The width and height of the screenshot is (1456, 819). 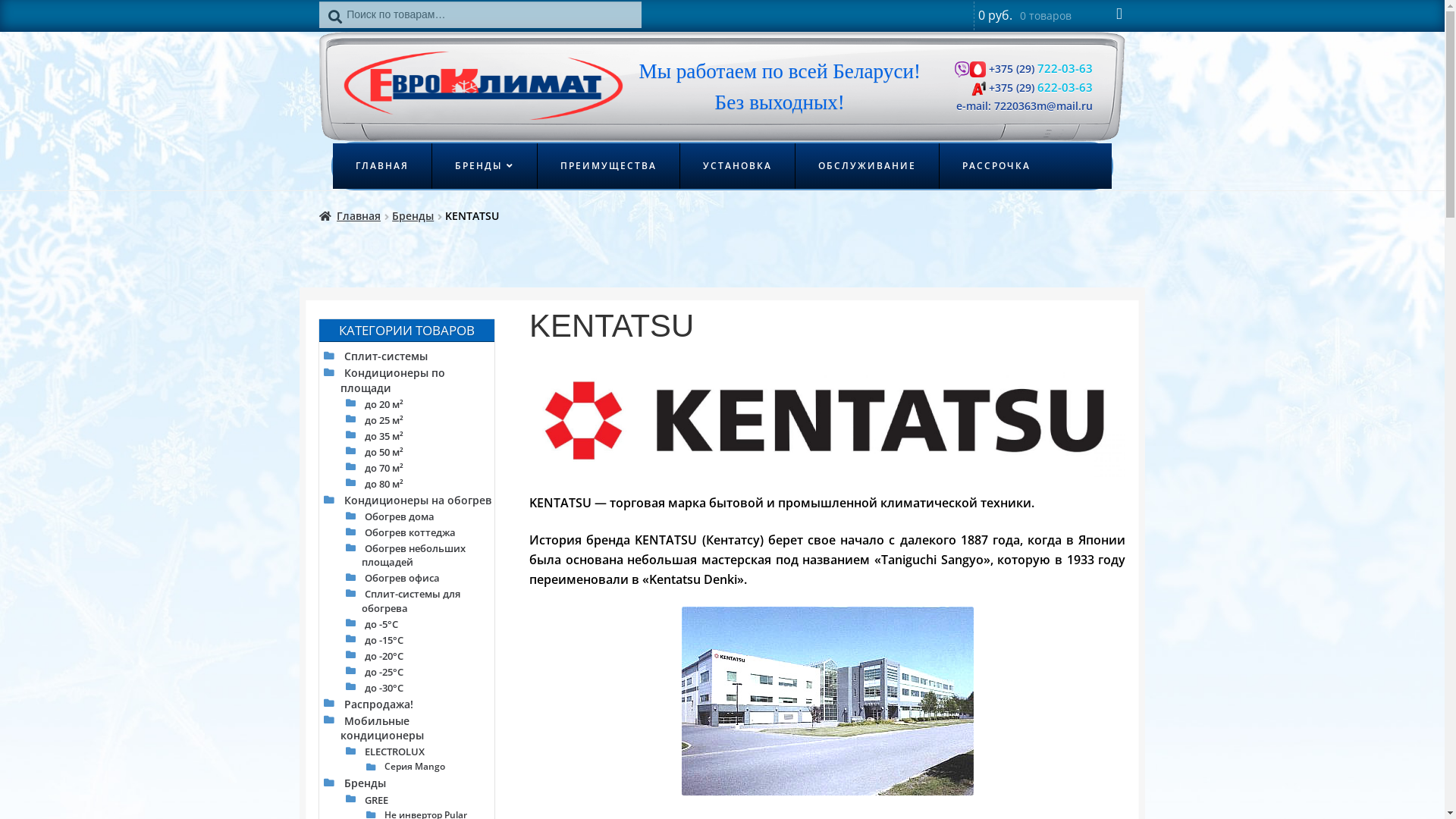 What do you see at coordinates (394, 751) in the screenshot?
I see `'ELECTROLUX'` at bounding box center [394, 751].